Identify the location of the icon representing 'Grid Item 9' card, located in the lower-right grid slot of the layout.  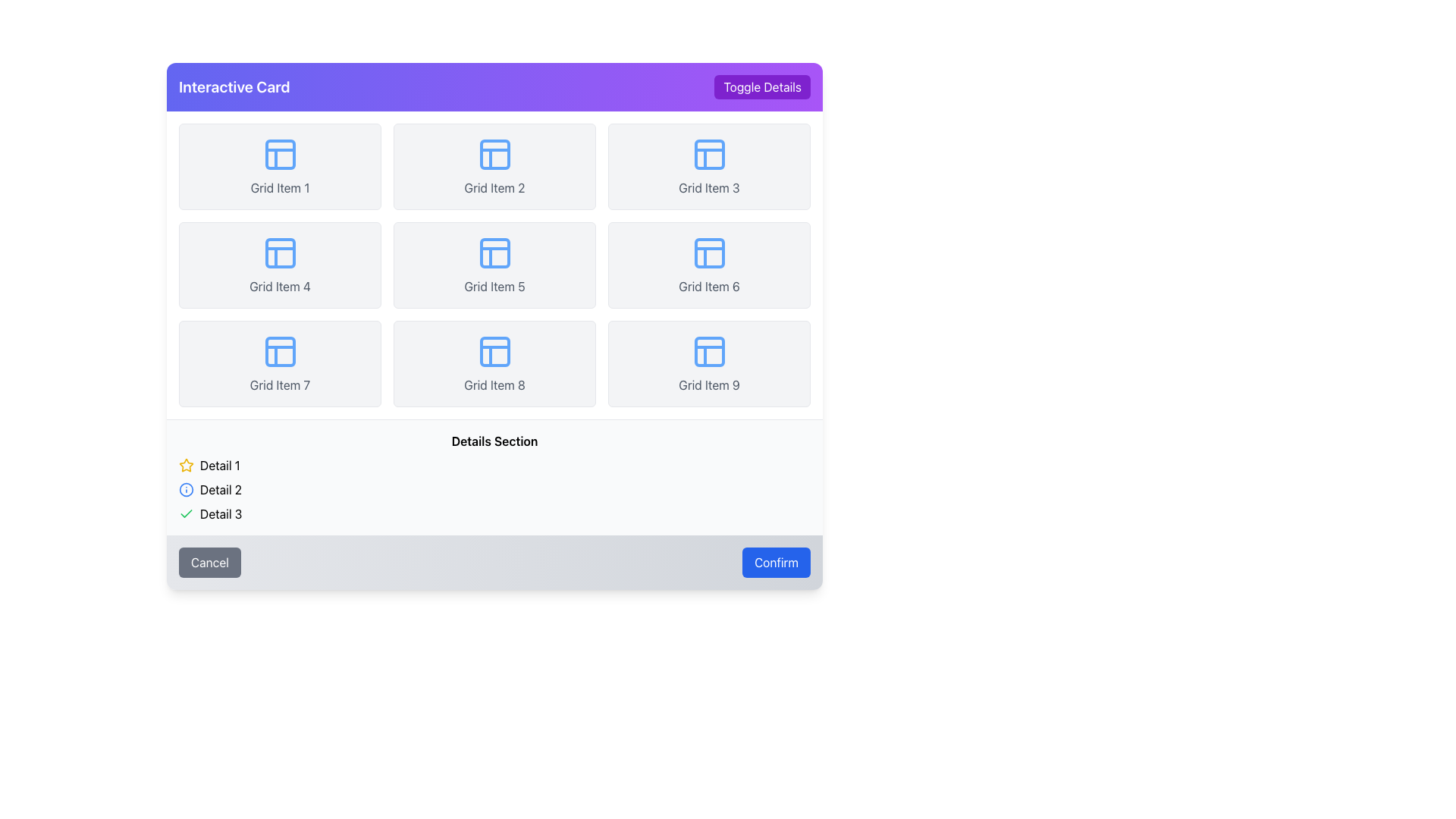
(708, 351).